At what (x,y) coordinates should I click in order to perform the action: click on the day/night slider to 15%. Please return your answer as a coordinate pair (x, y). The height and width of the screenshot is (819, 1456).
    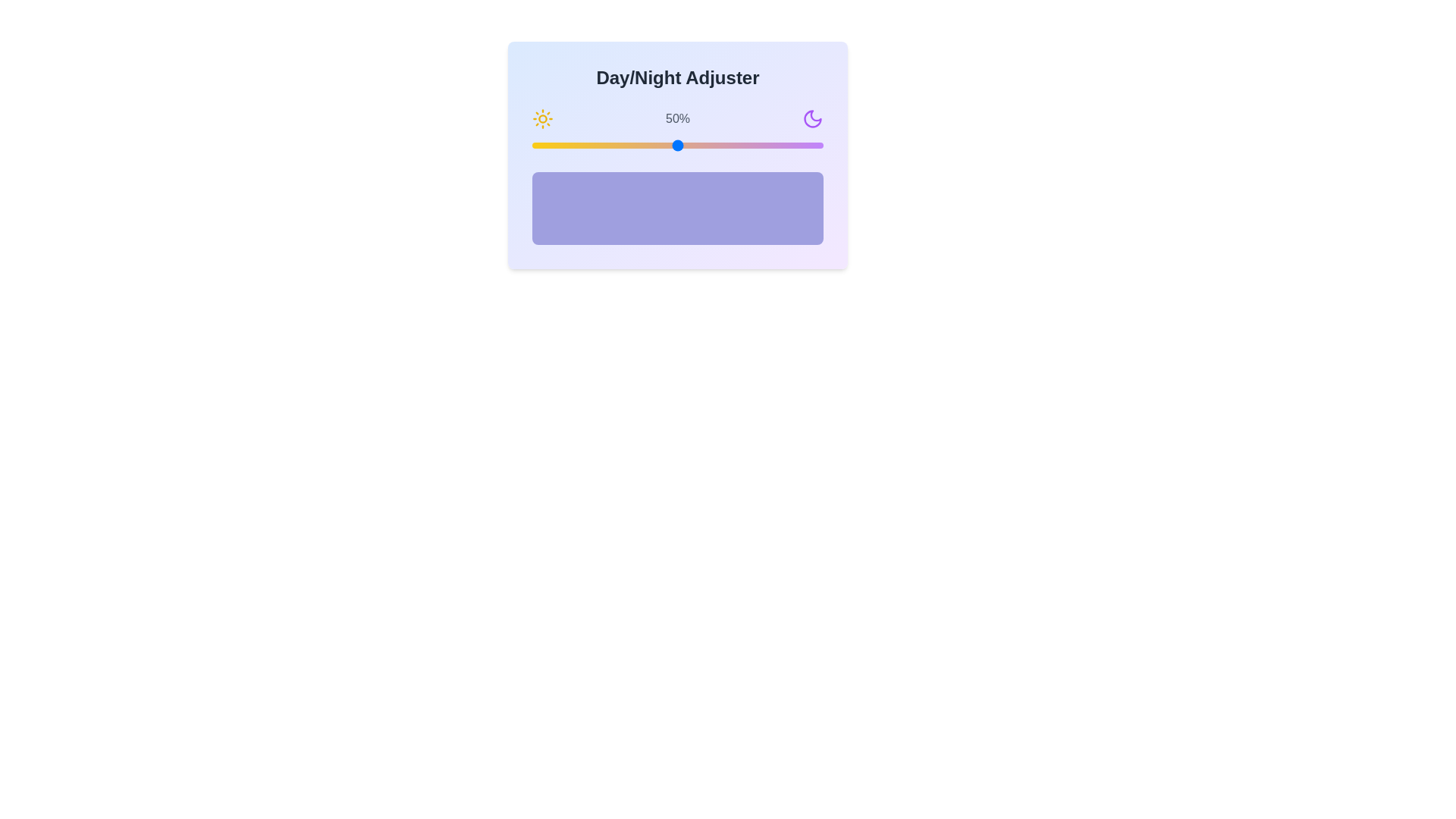
    Looking at the image, I should click on (575, 146).